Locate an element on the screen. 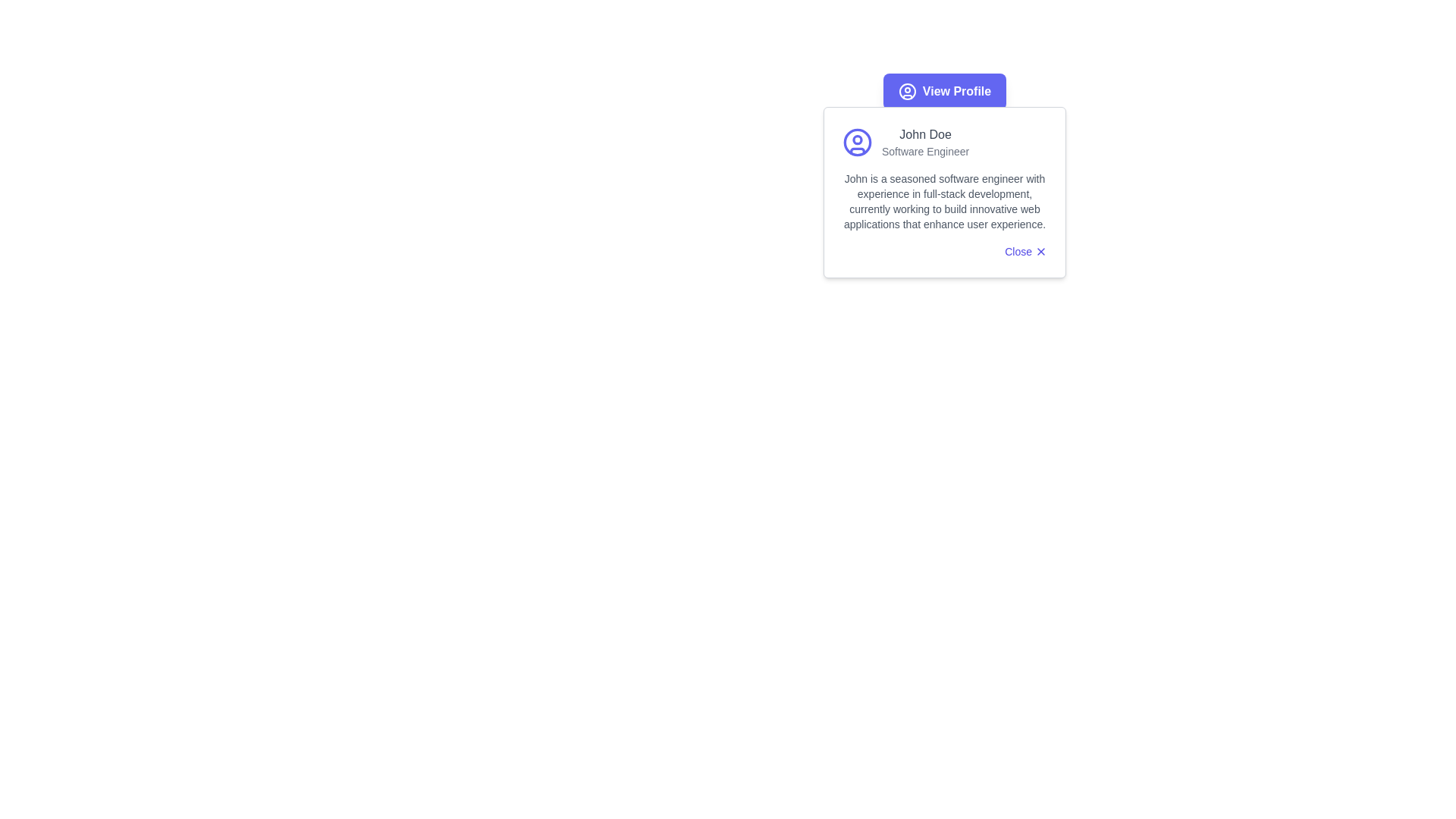 The width and height of the screenshot is (1456, 819). descriptive text paragraph styled in gray, which details John as a skilled software engineer, located within the card below the title and subtitle and above the 'Close' button is located at coordinates (944, 201).